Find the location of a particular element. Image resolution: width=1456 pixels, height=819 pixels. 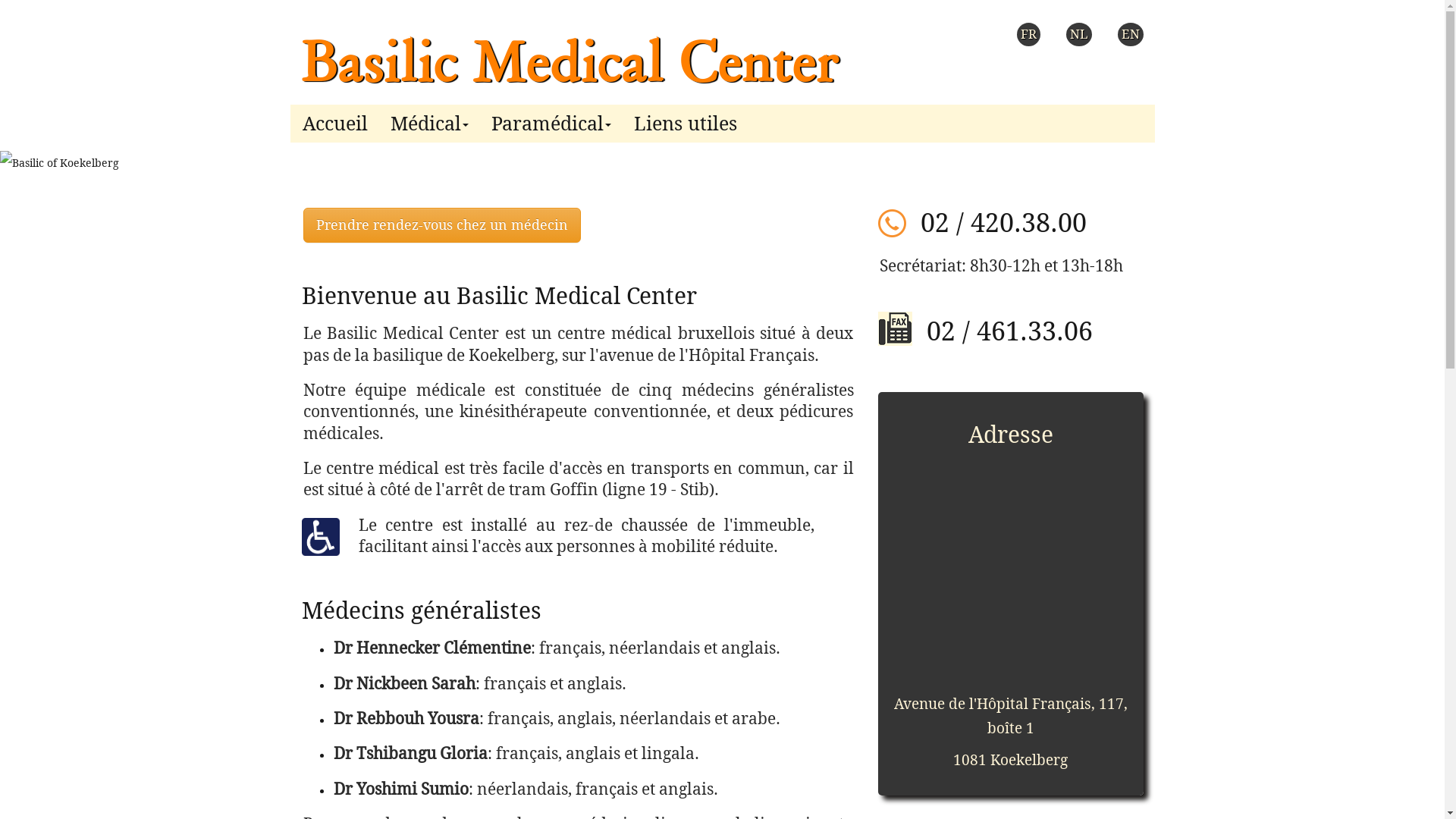

'FR' is located at coordinates (1028, 34).